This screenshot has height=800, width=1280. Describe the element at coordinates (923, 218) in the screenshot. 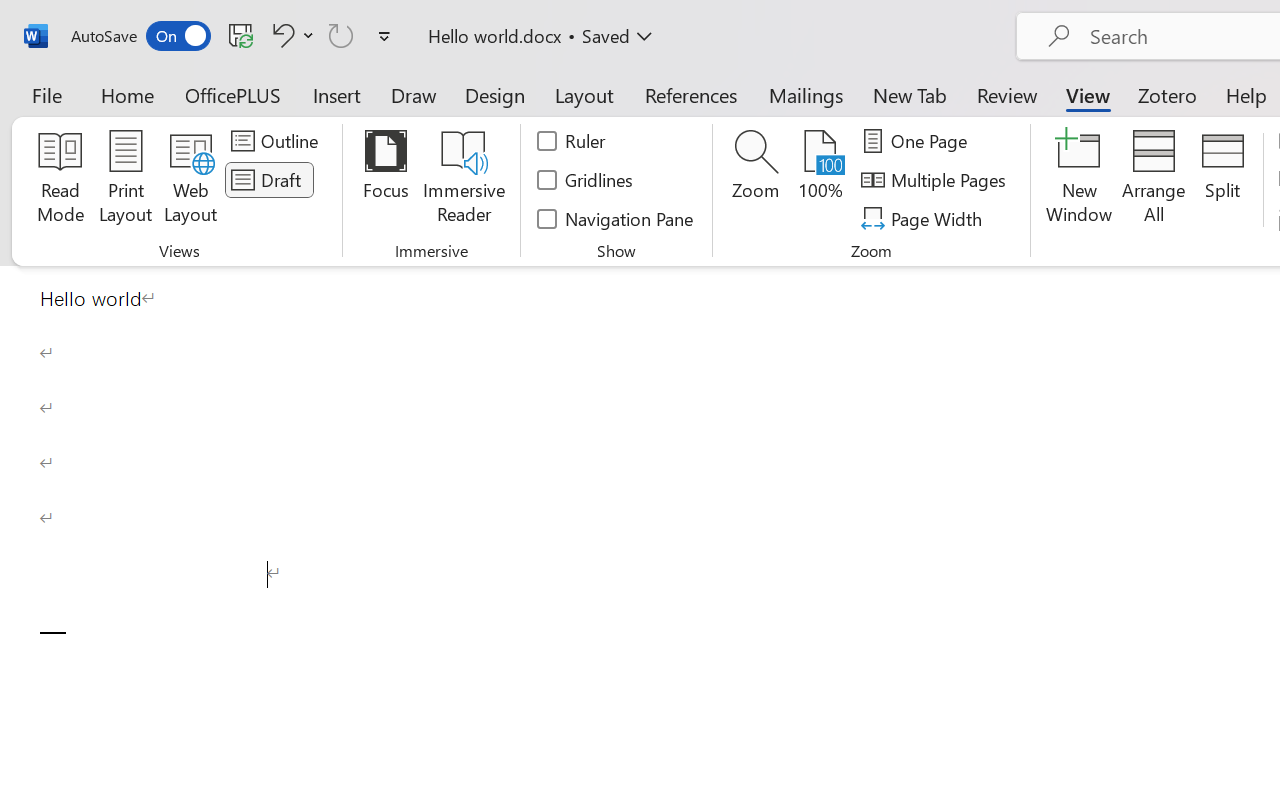

I see `'Page Width'` at that location.